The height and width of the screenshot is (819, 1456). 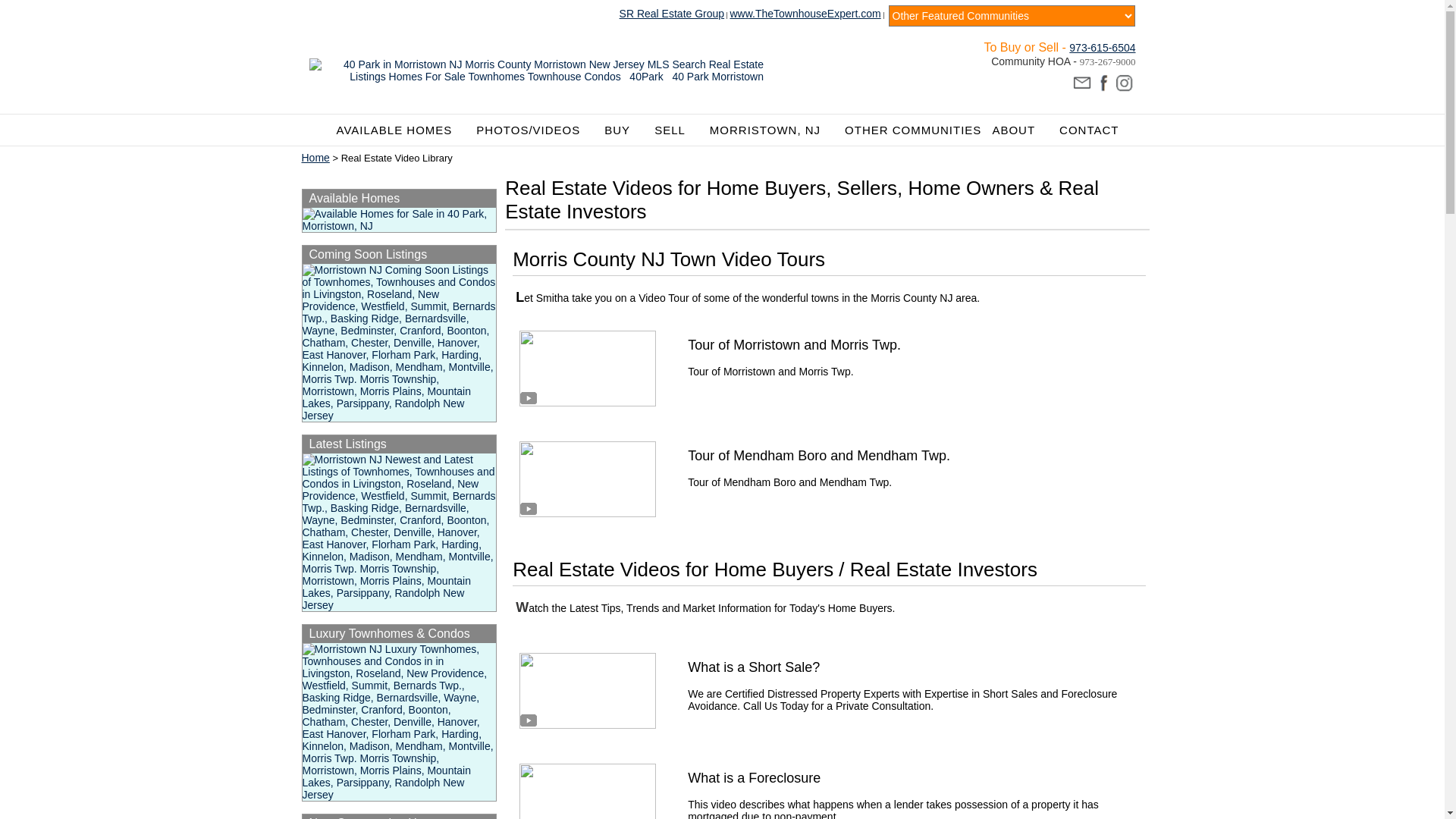 I want to click on 'OTHER COMMUNITIES', so click(x=912, y=129).